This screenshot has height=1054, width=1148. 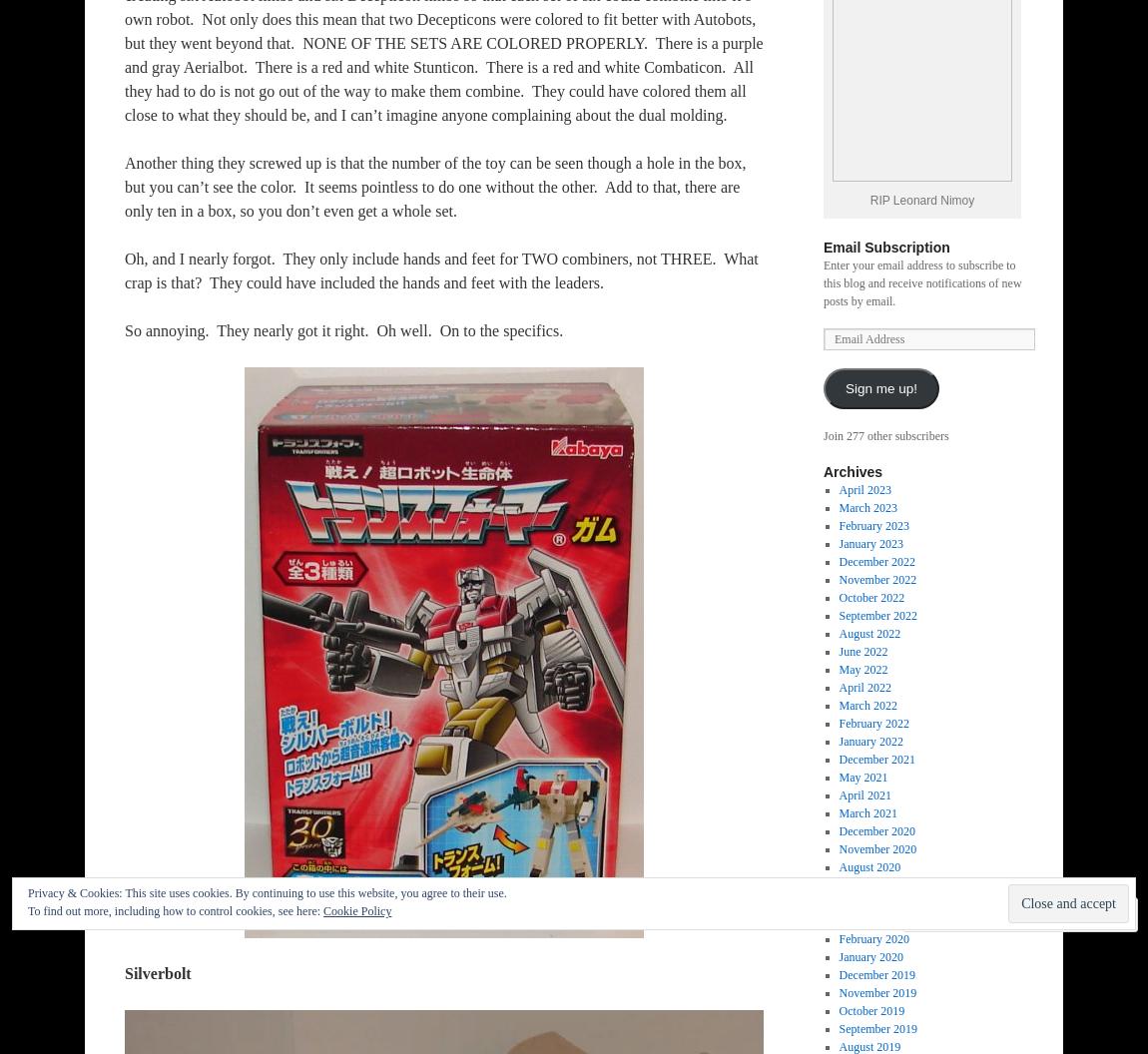 I want to click on 'RIP Leonard Nimoy', so click(x=869, y=199).